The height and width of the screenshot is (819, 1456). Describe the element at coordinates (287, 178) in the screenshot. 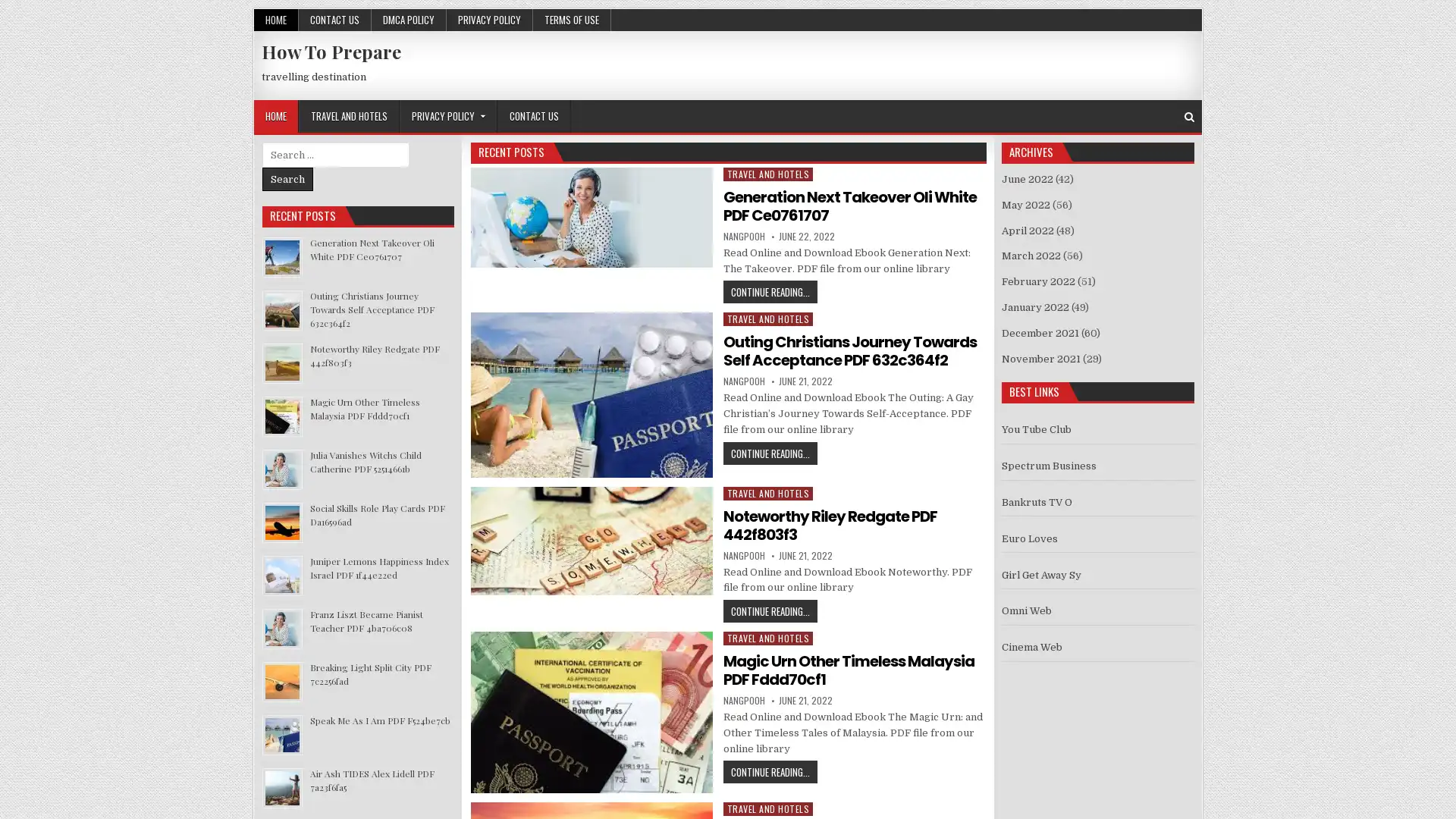

I see `Search` at that location.